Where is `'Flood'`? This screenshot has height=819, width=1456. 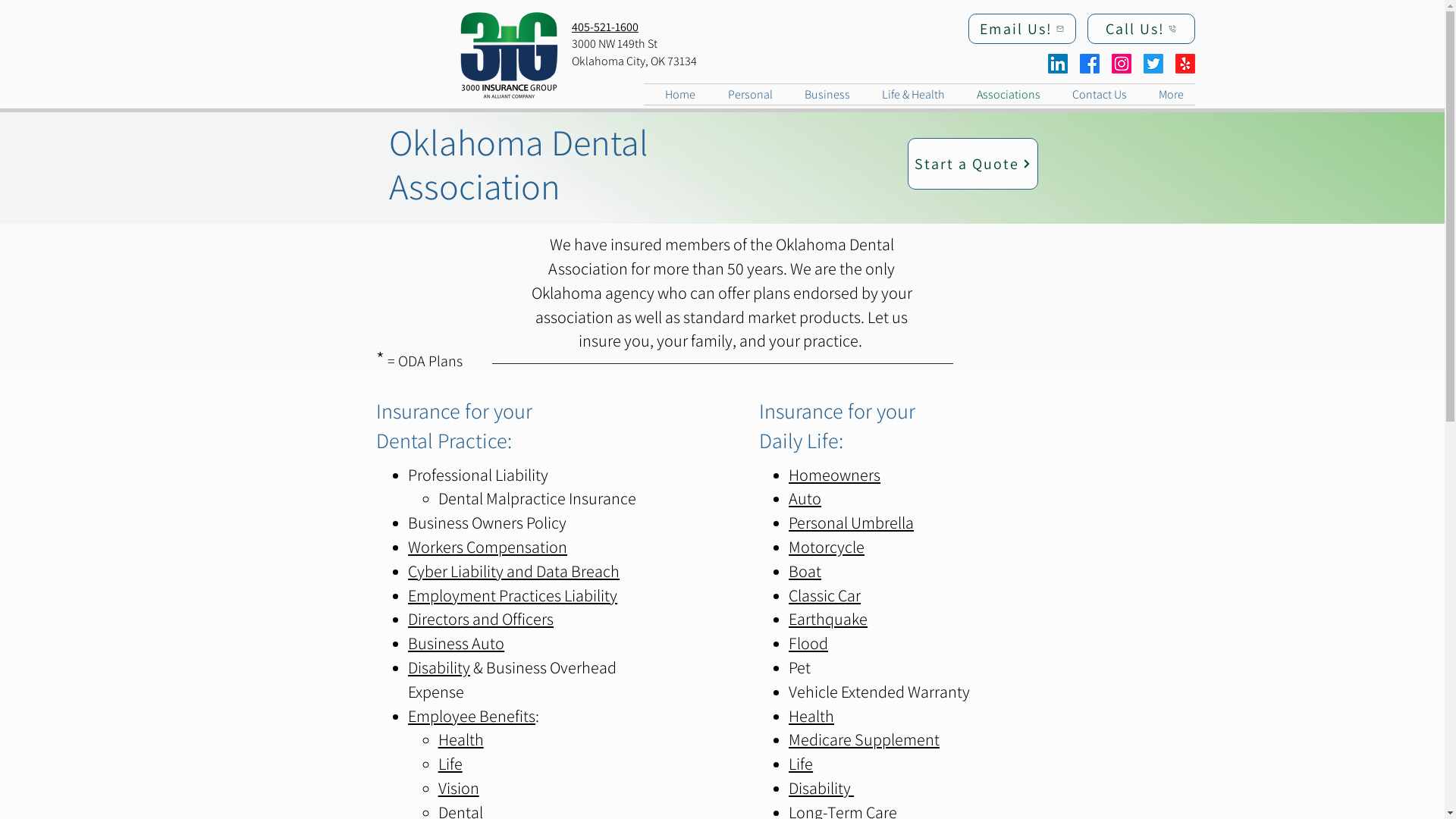
'Flood' is located at coordinates (807, 643).